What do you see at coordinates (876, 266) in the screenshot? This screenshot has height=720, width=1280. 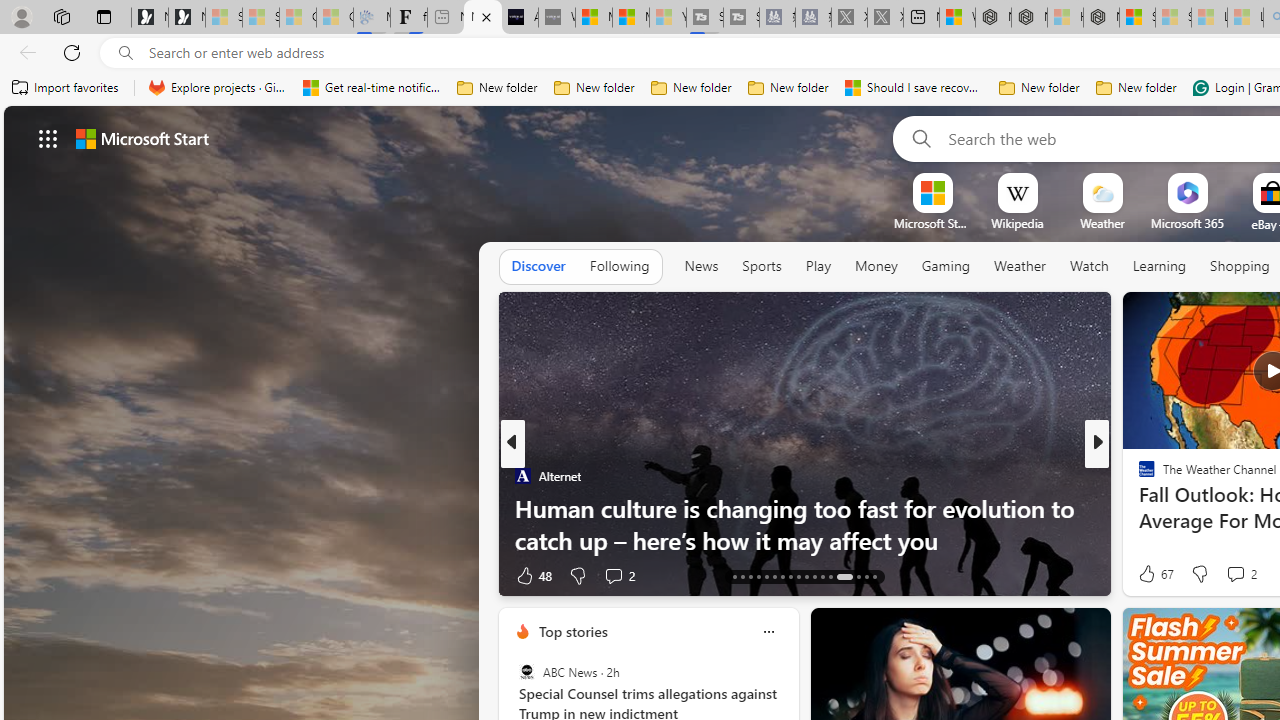 I see `'Money'` at bounding box center [876, 266].